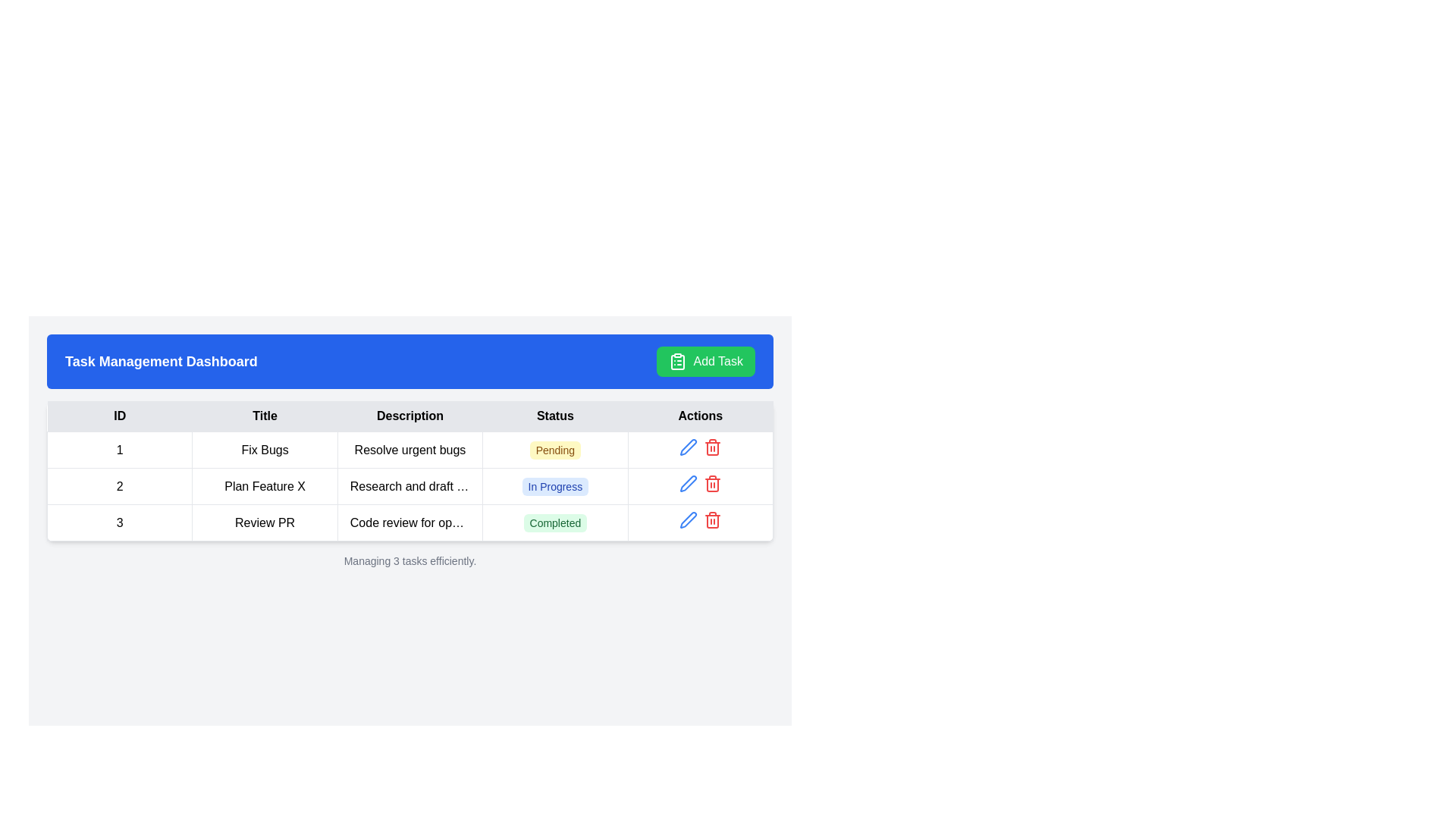  Describe the element at coordinates (265, 449) in the screenshot. I see `the 'Fix Bugs' text label located in the 'Title' column of the first row of the table` at that location.